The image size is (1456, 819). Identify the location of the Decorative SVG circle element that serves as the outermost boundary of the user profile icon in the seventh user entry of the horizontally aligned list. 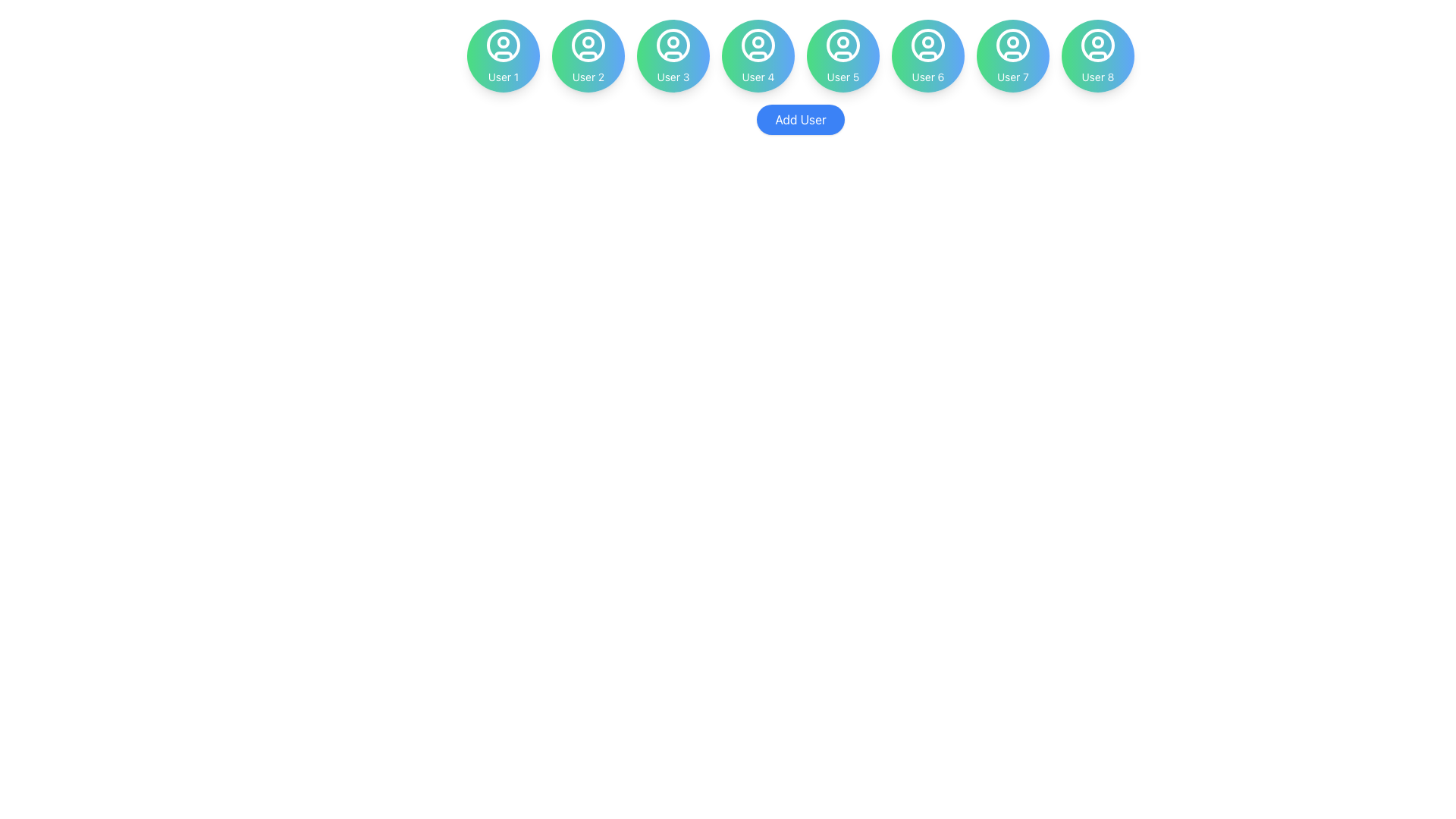
(1012, 45).